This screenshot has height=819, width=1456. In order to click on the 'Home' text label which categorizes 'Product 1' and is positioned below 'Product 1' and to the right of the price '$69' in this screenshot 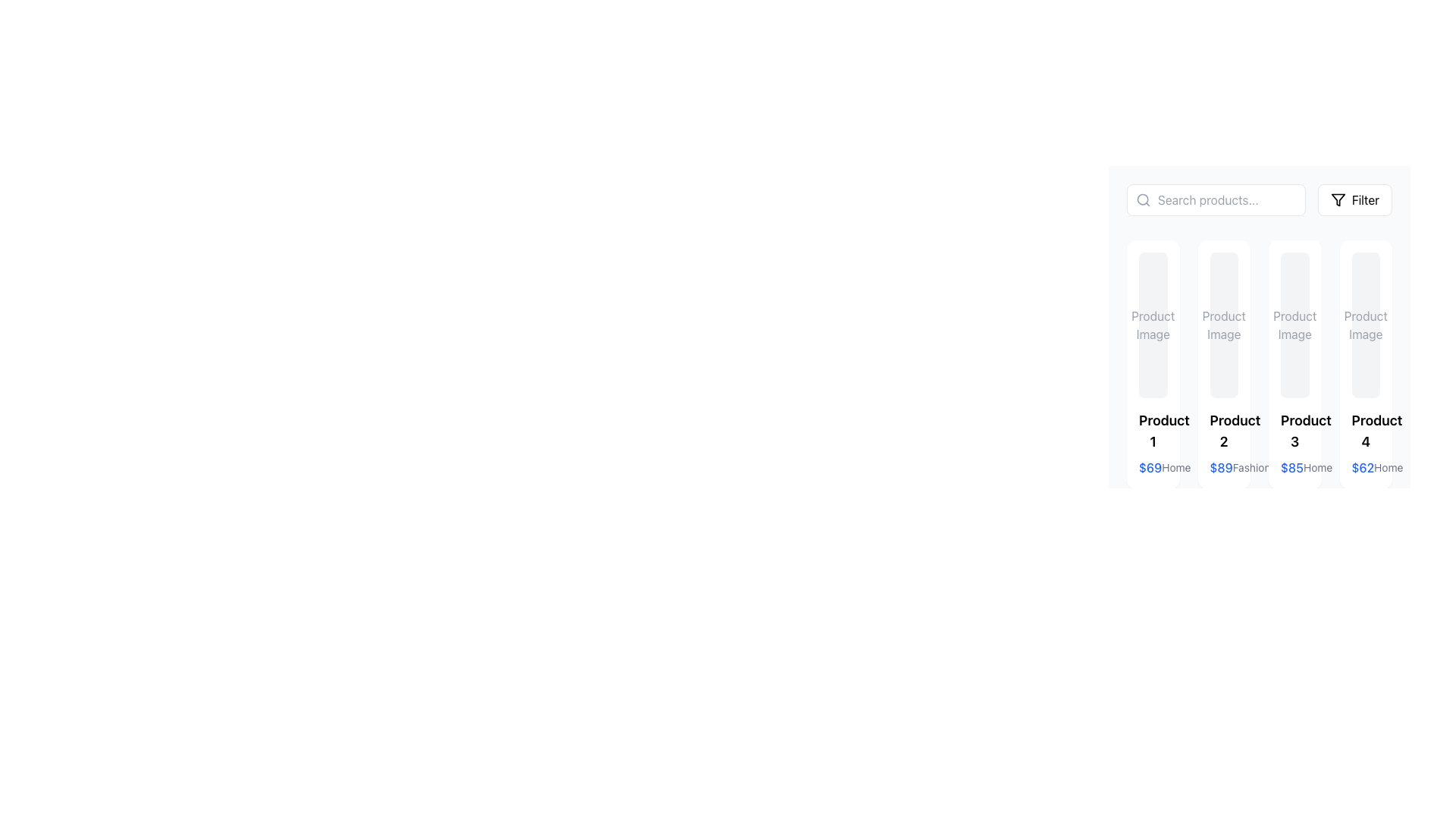, I will do `click(1175, 467)`.